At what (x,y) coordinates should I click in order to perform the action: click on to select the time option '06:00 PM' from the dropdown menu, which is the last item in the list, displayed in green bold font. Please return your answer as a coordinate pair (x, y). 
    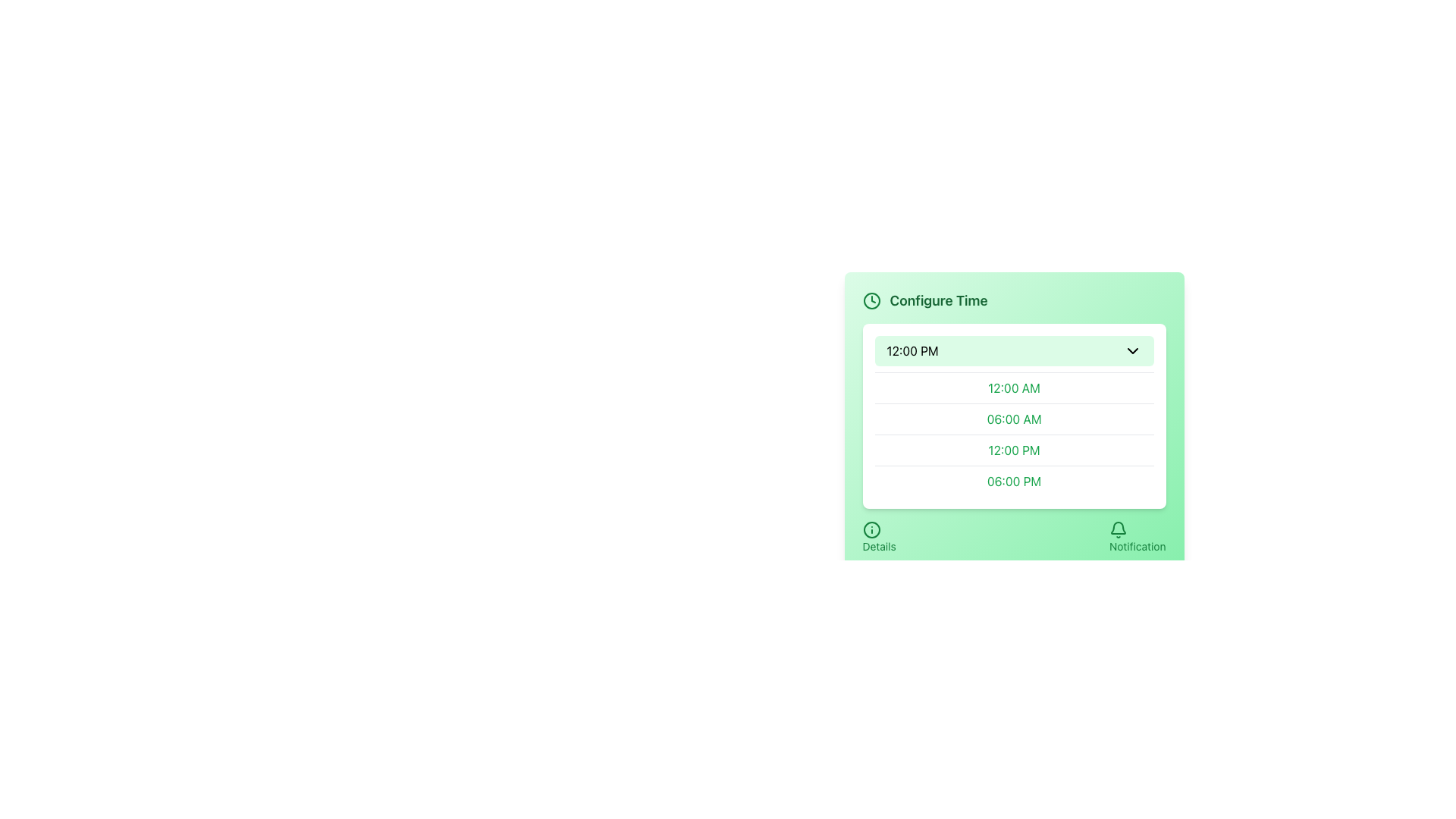
    Looking at the image, I should click on (1014, 481).